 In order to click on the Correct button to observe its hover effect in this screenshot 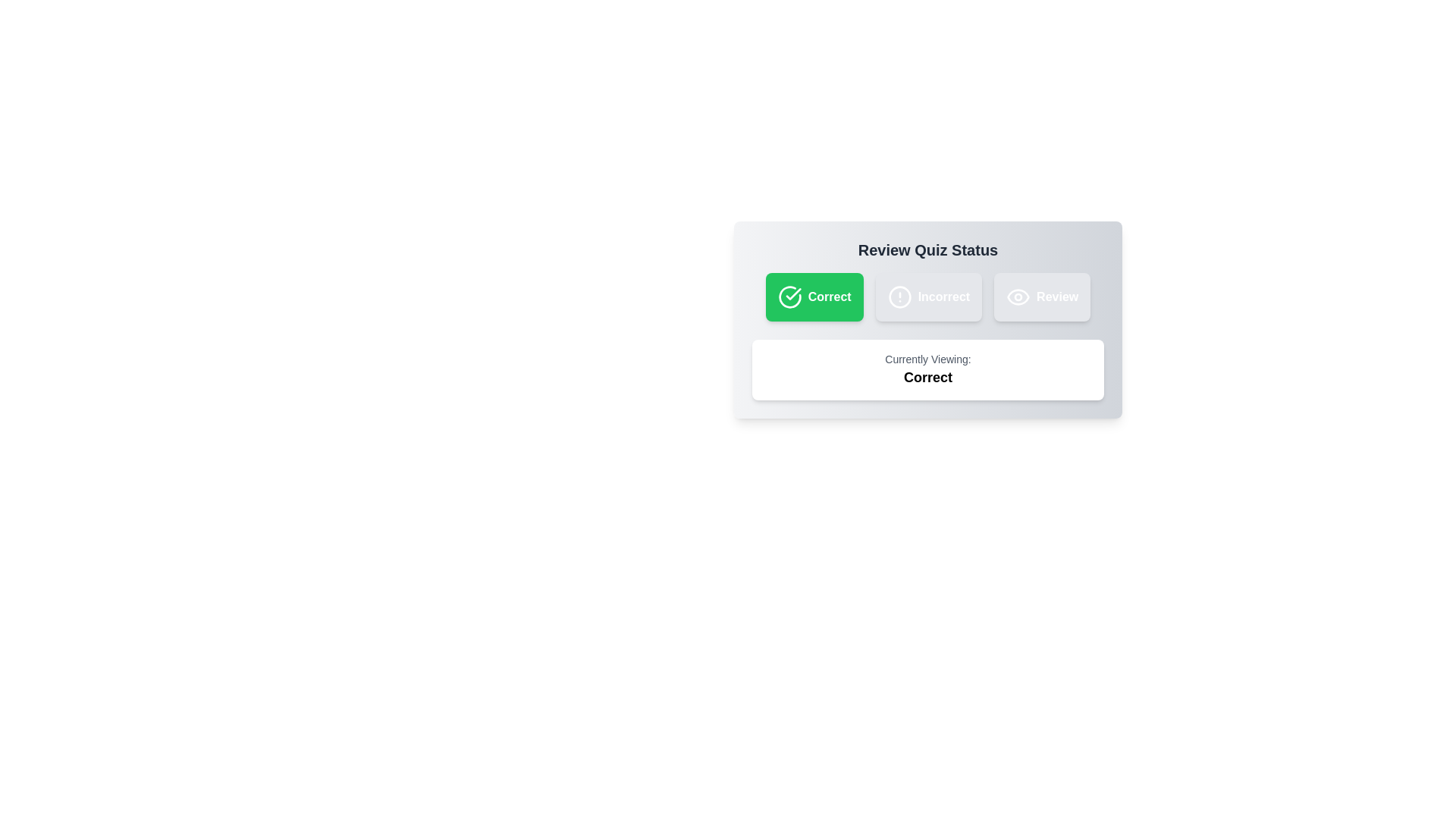, I will do `click(814, 297)`.